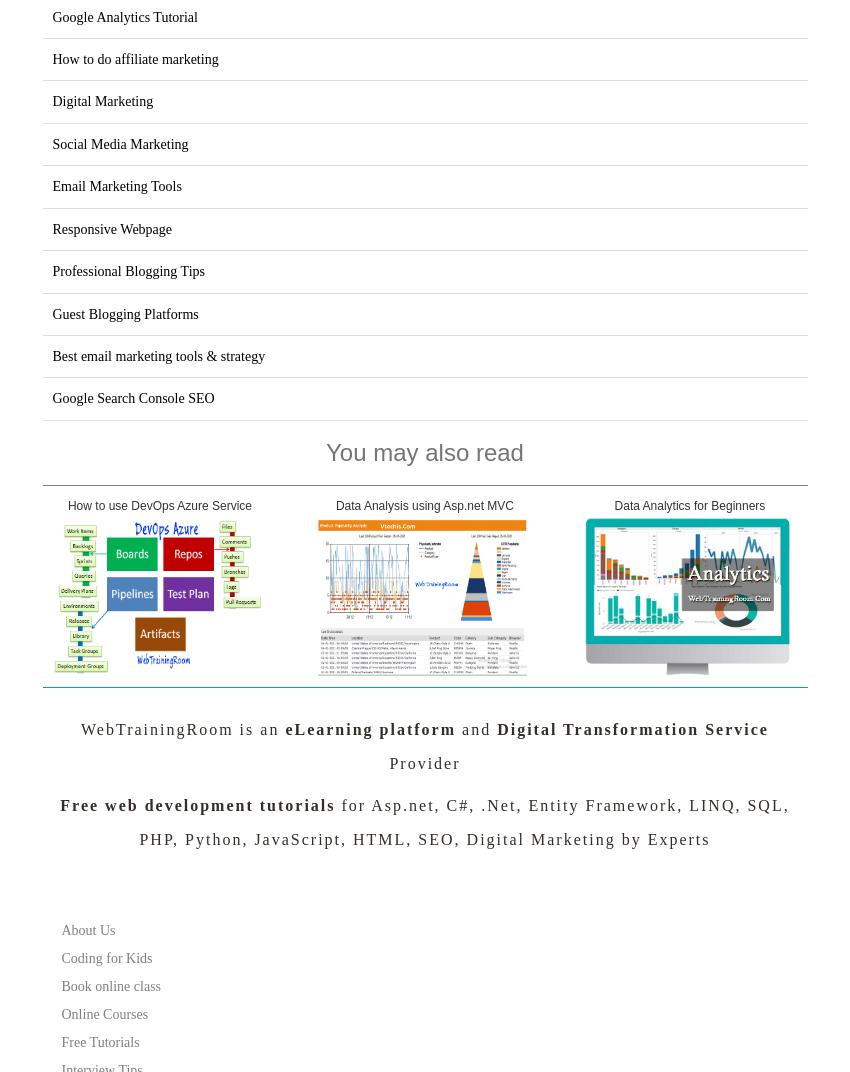 This screenshot has height=1072, width=850. What do you see at coordinates (284, 728) in the screenshot?
I see `'eLearning platform'` at bounding box center [284, 728].